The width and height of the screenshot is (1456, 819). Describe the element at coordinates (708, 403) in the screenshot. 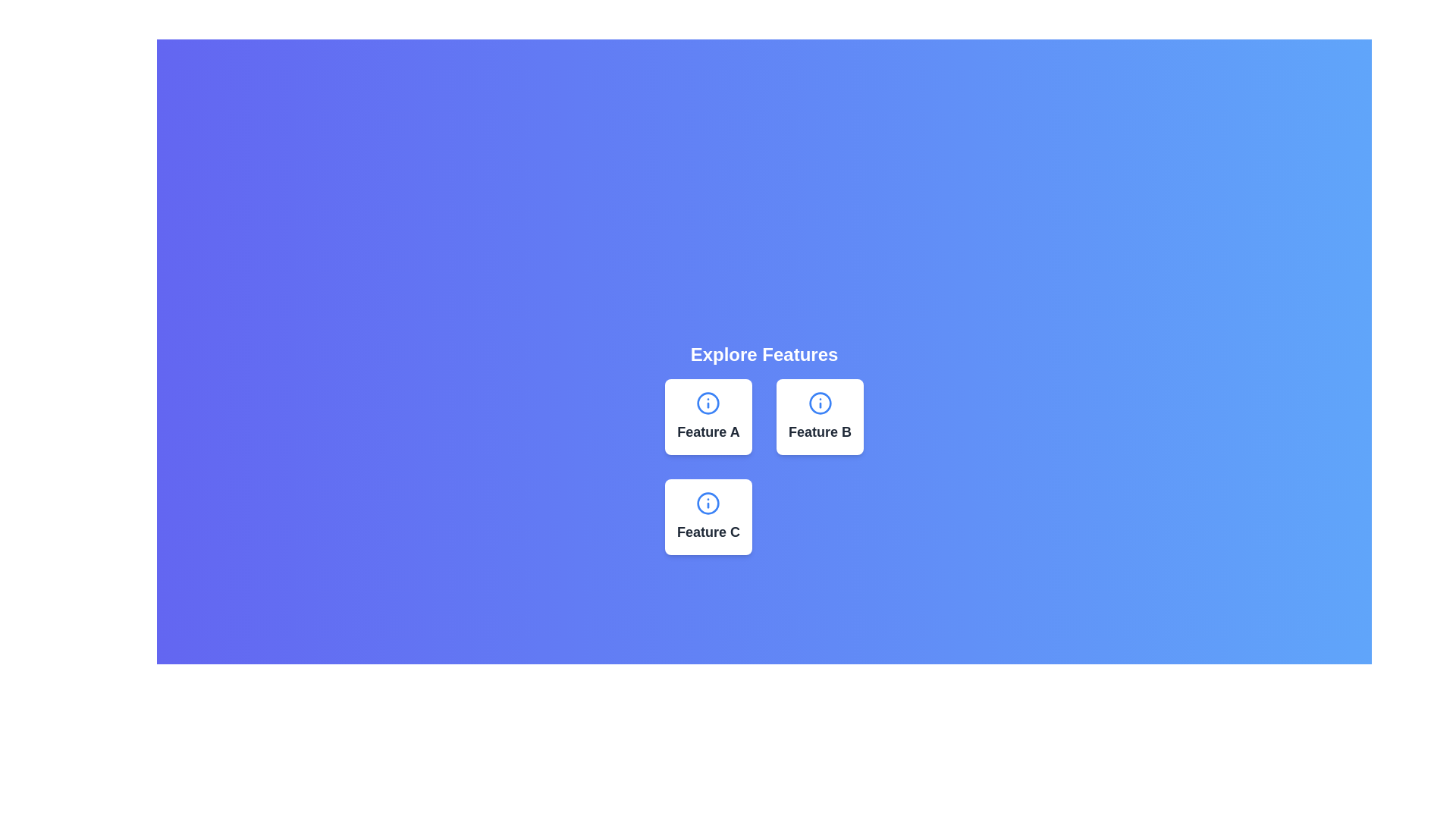

I see `the blue information icon with a circular border located above the text 'Feature A' in the top-left card of a 2x2 grid layout` at that location.